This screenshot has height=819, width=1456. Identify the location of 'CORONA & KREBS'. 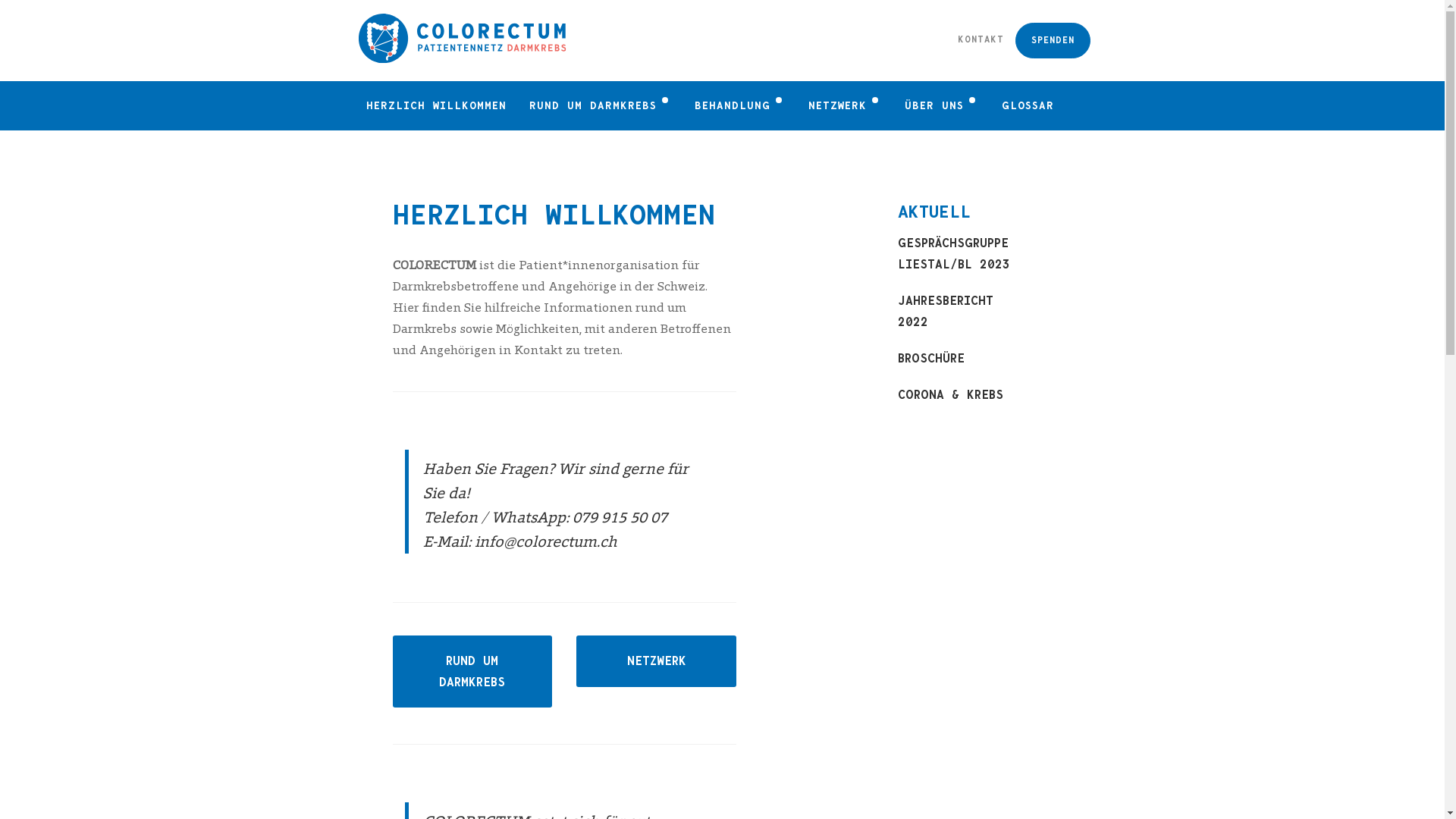
(954, 394).